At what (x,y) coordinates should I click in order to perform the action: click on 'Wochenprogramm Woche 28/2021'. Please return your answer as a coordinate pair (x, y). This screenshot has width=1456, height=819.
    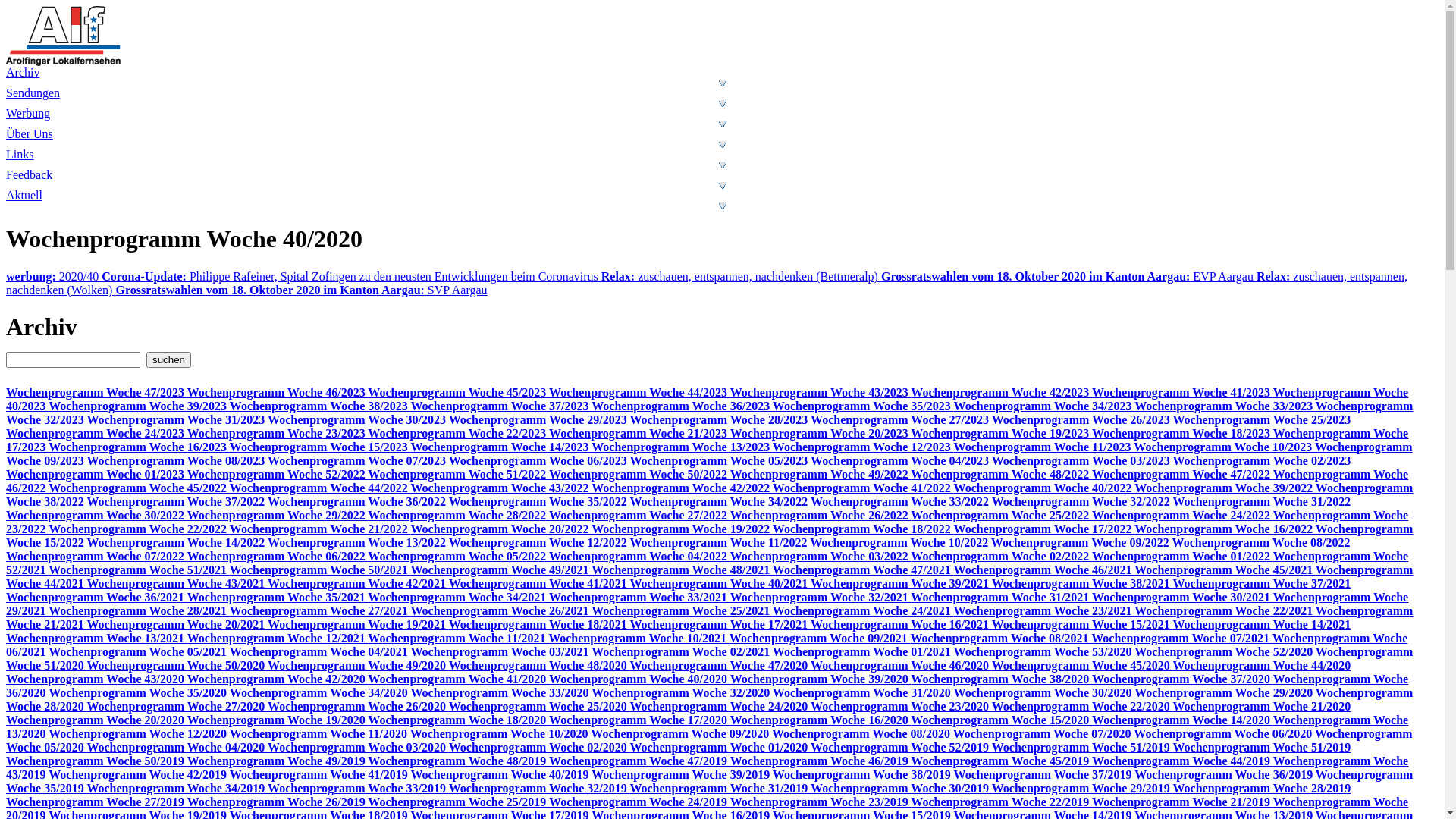
    Looking at the image, I should click on (139, 610).